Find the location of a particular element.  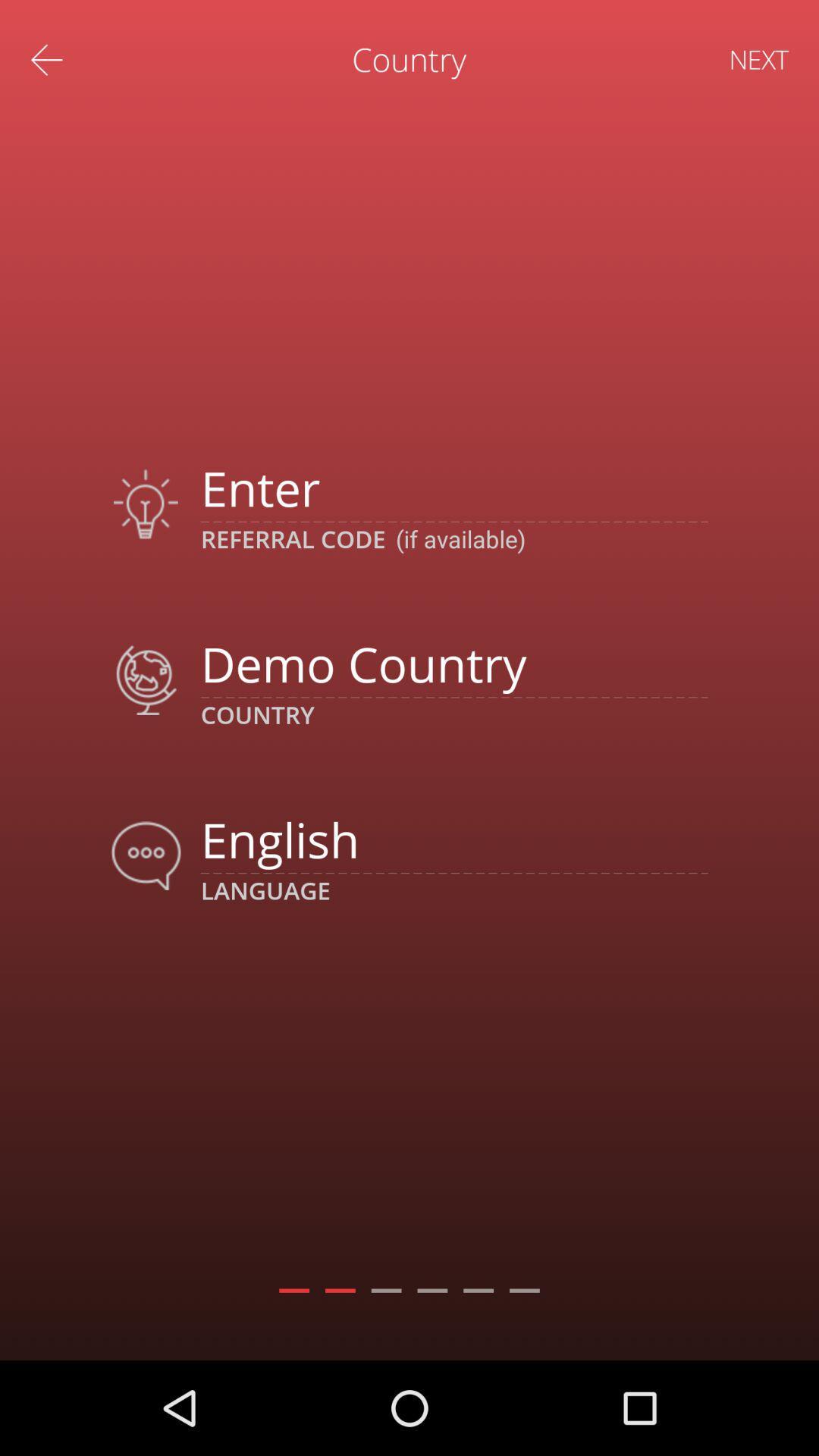

move to icon which is left to text english is located at coordinates (146, 855).